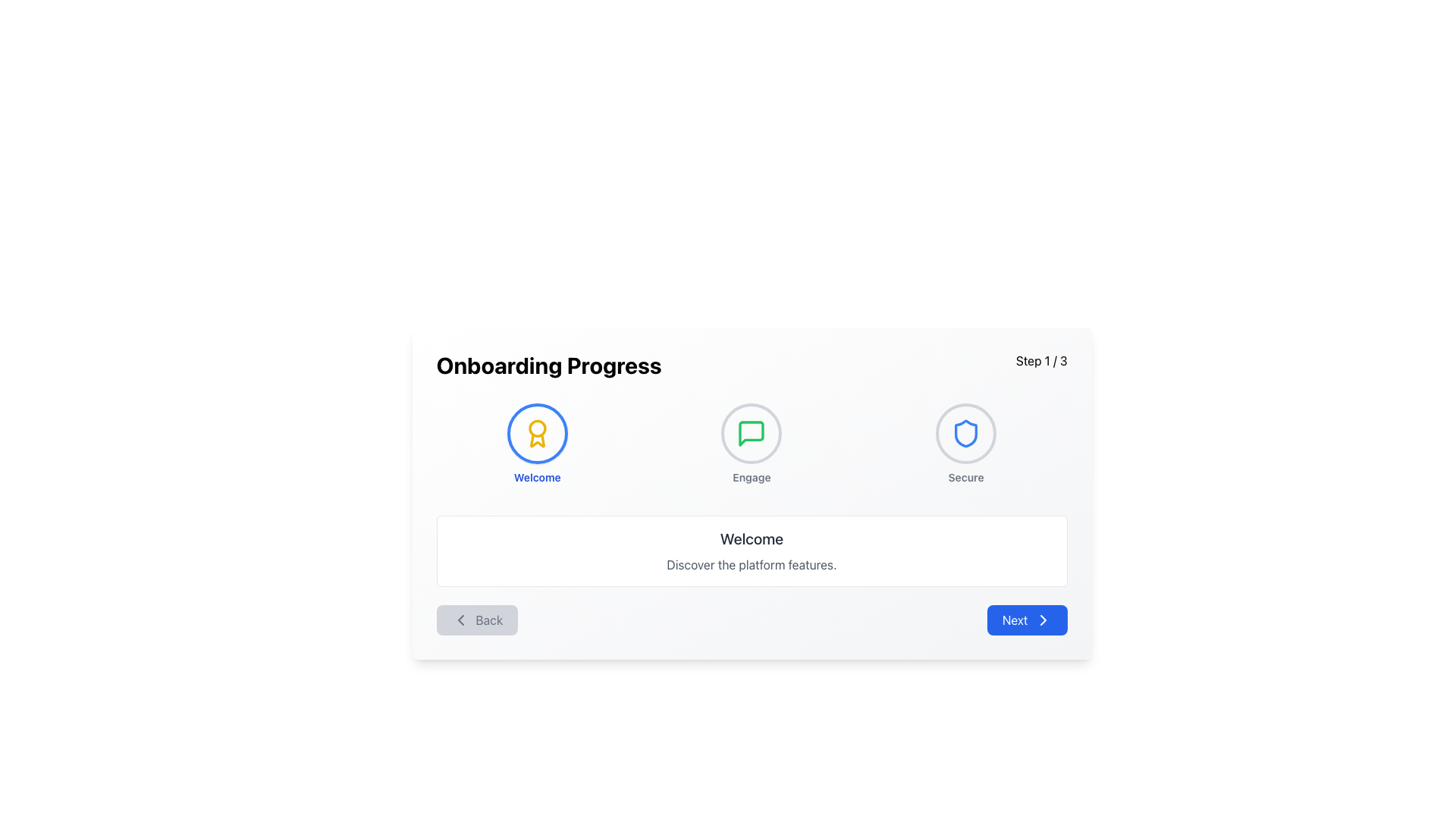  I want to click on the 'Back' button which contains a left-facing chevron SVG icon to invoke the associated action, so click(460, 620).